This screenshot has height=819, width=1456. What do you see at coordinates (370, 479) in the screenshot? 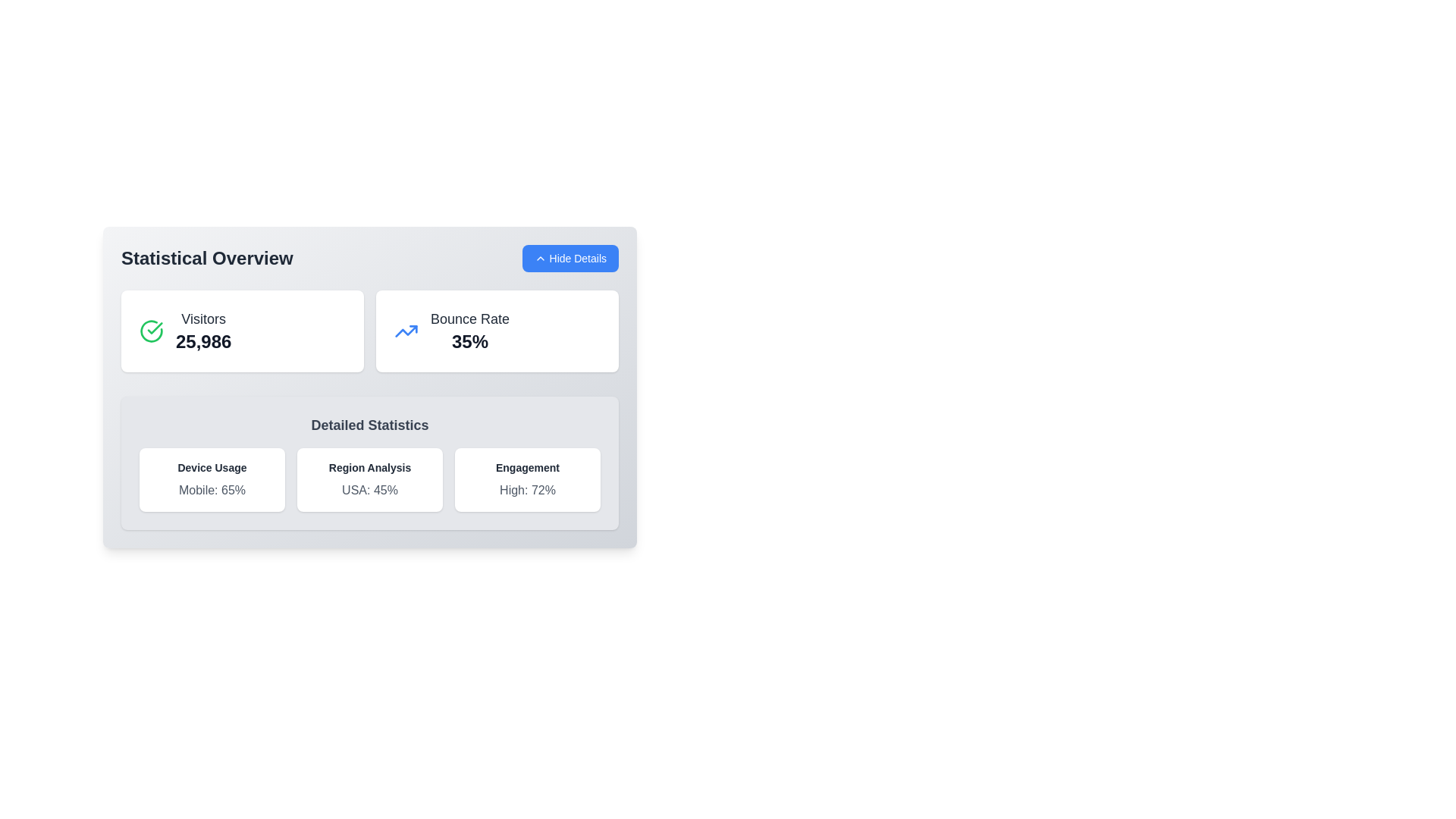
I see `statistical data displayed on the Information card, which shows 'USA: 45%.' This card is located in the center of a three-column layout under the 'Detailed Statistics' section, flanked by 'Device Usage' on the left and 'Engagement' on the right` at bounding box center [370, 479].